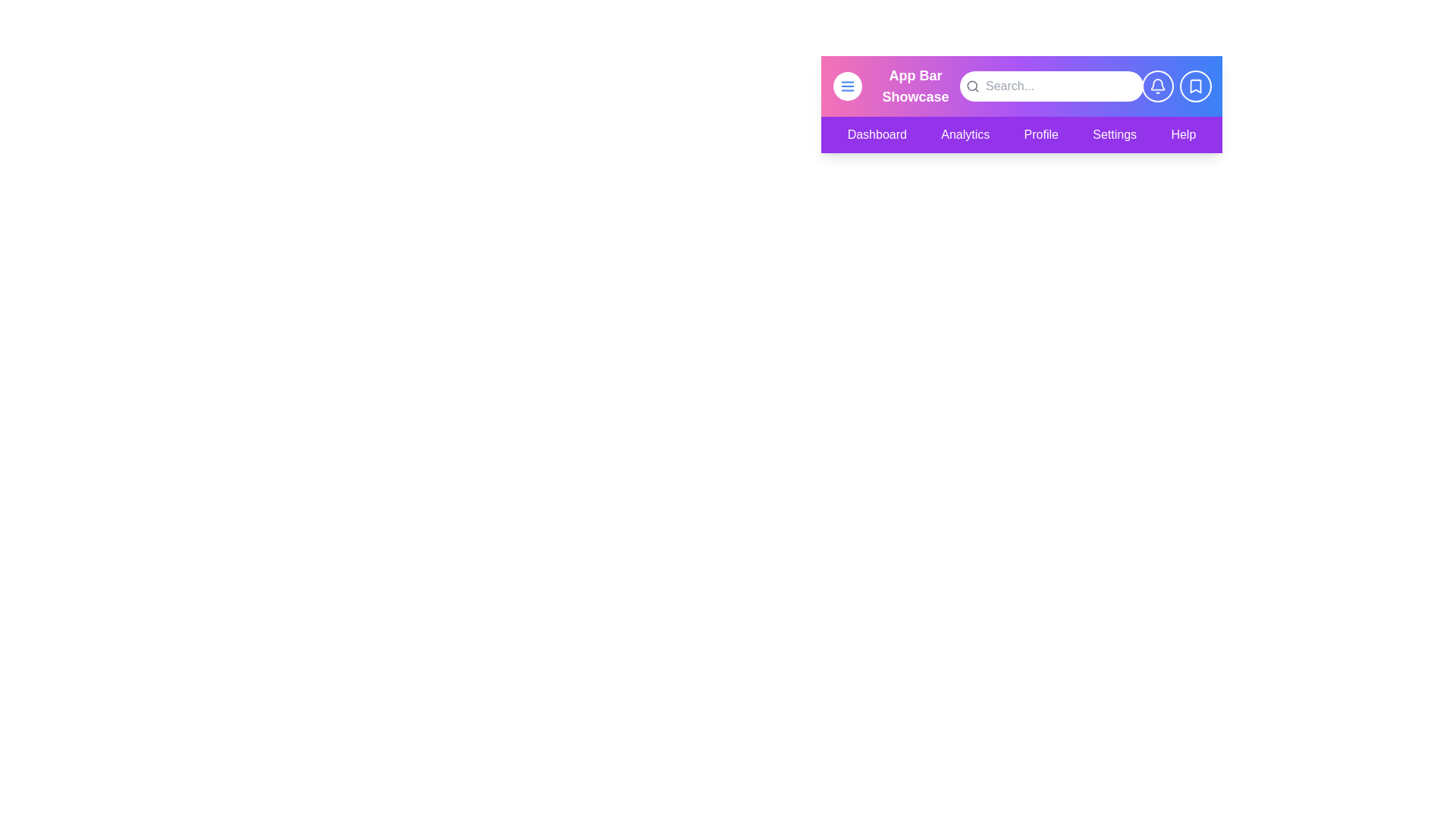  Describe the element at coordinates (1182, 133) in the screenshot. I see `the menu item Help from the navigation bar` at that location.